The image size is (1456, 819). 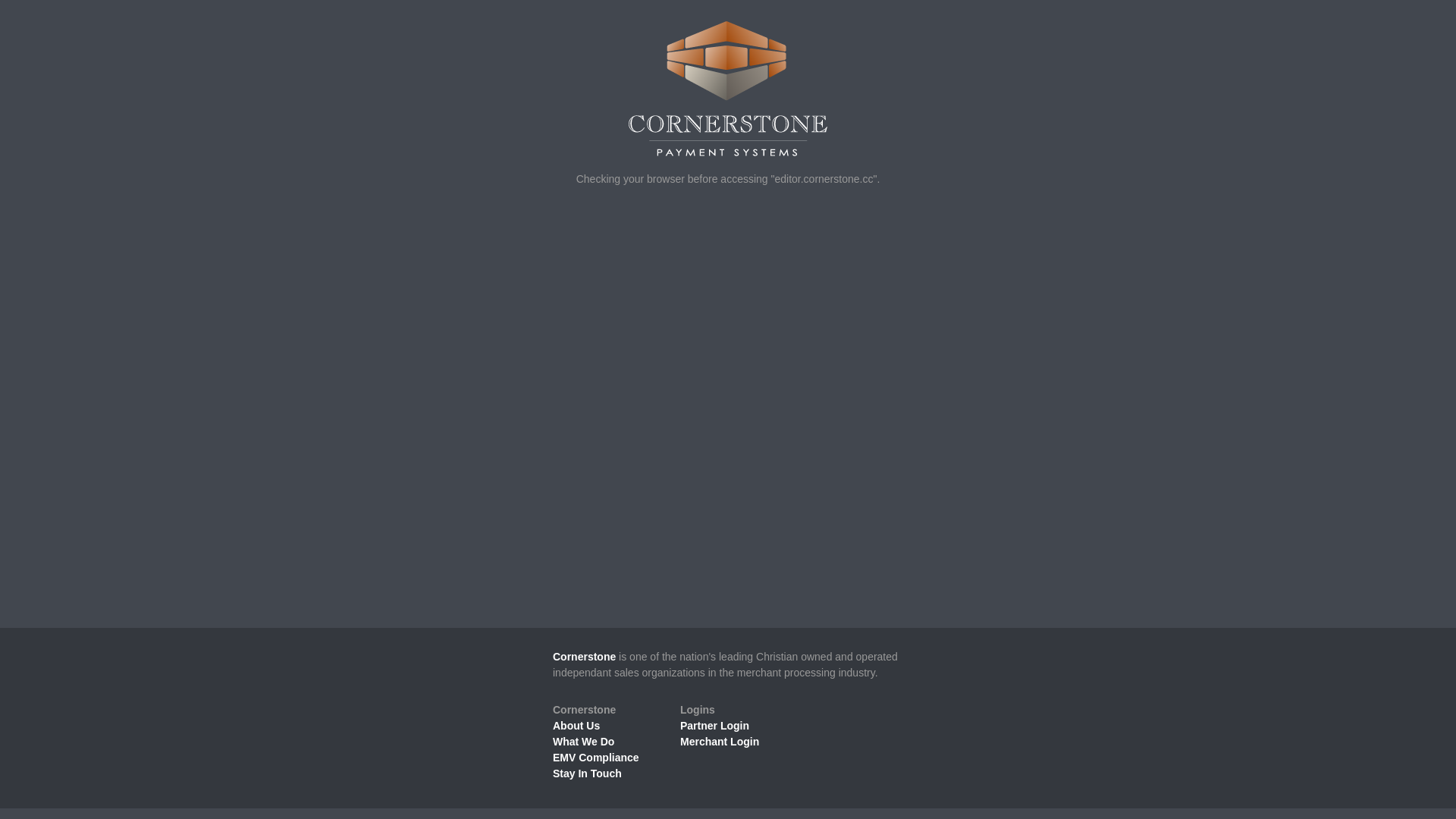 What do you see at coordinates (552, 741) in the screenshot?
I see `'What We Do'` at bounding box center [552, 741].